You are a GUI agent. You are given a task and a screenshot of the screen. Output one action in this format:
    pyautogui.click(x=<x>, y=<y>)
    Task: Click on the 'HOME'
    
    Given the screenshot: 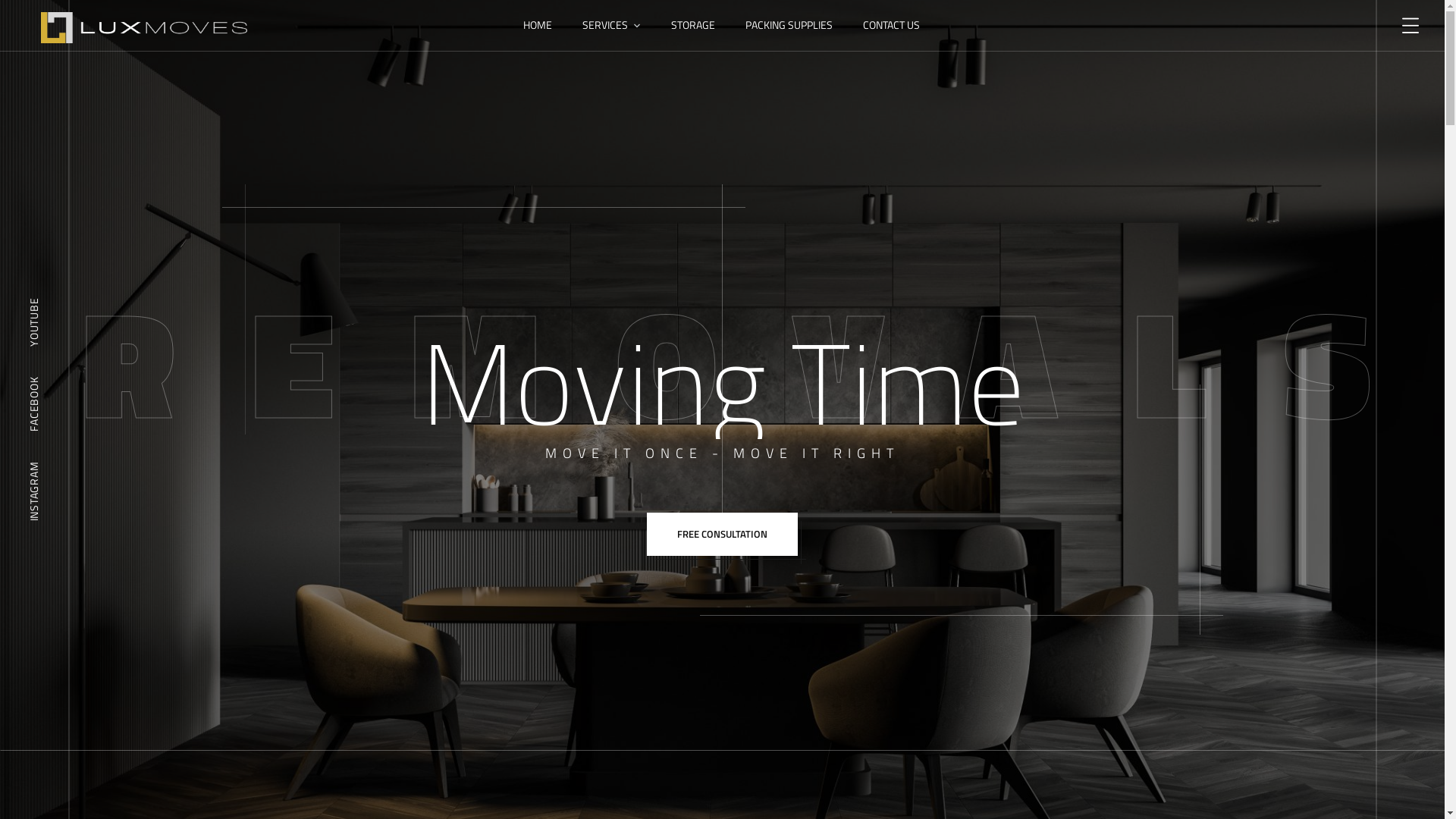 What is the action you would take?
    pyautogui.click(x=538, y=25)
    